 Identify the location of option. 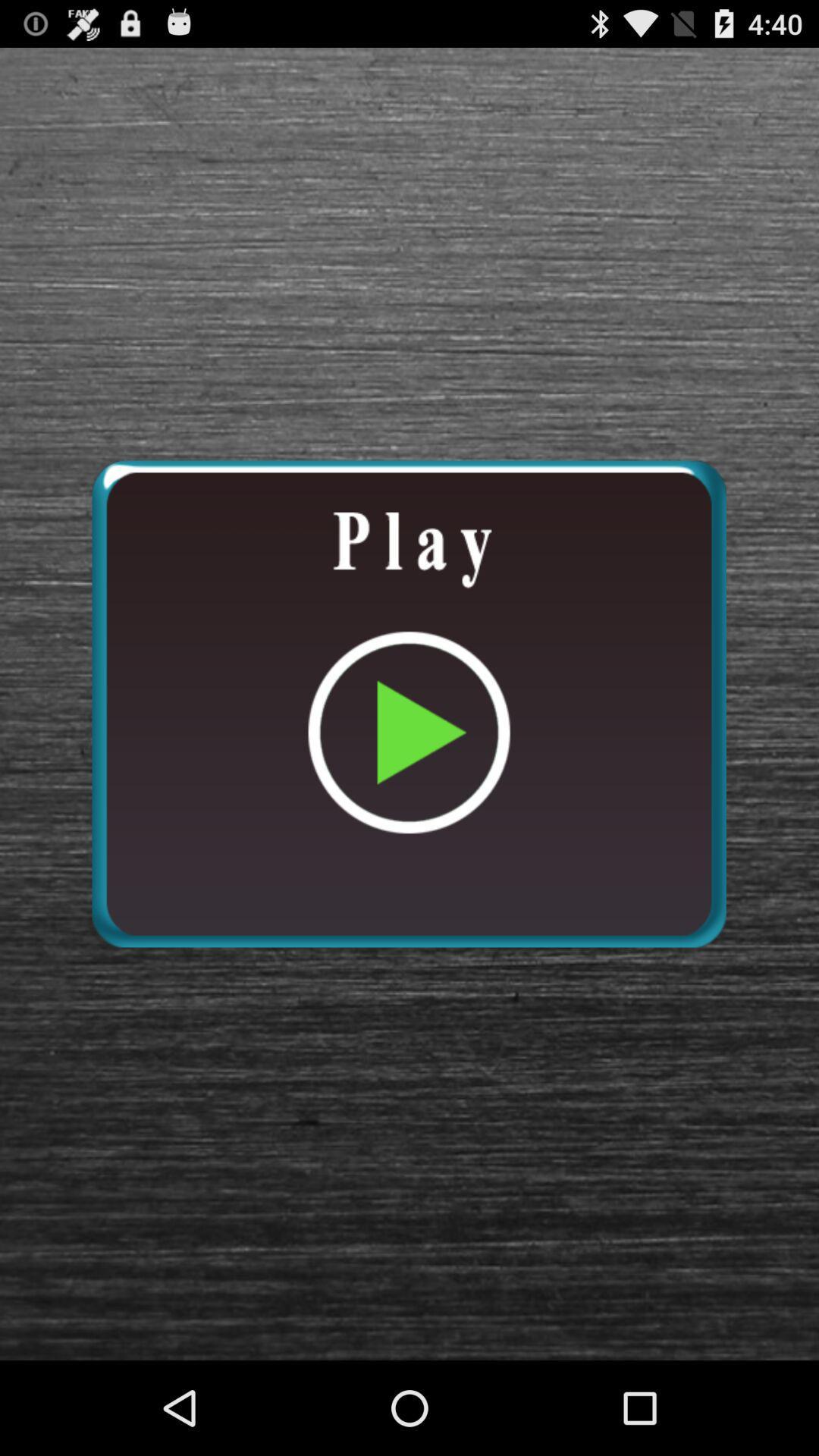
(408, 703).